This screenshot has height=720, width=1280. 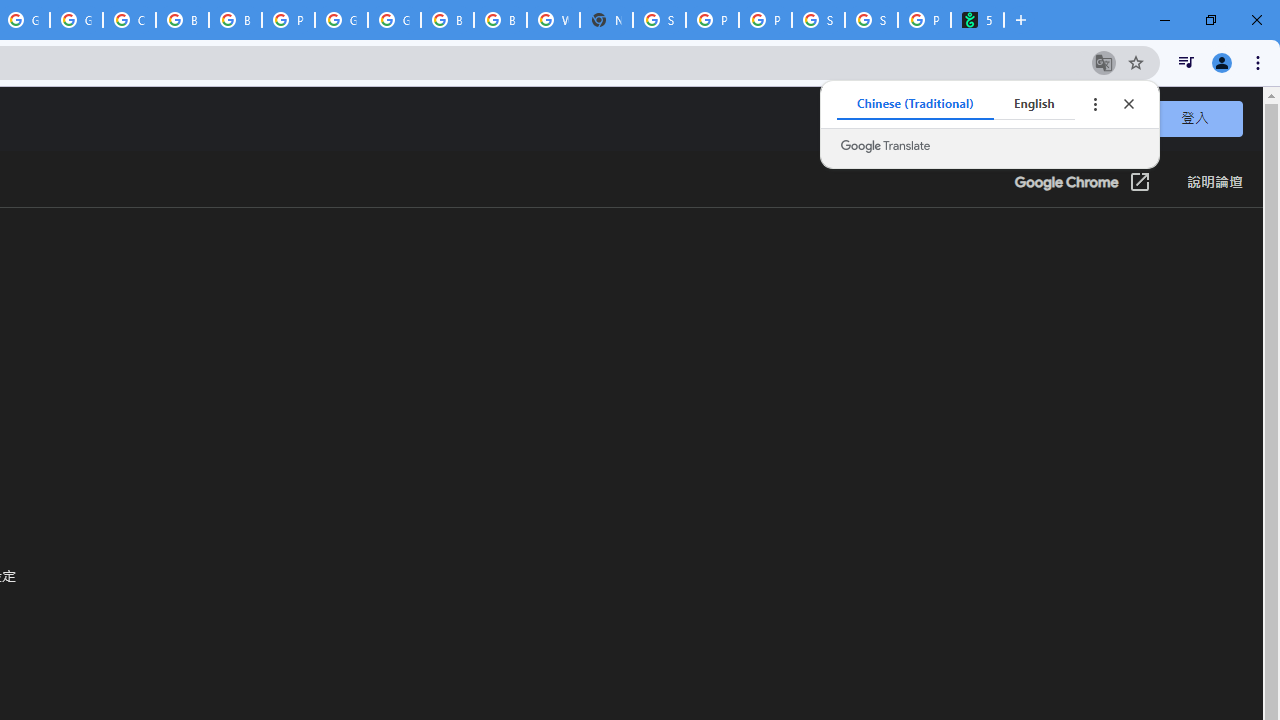 I want to click on 'New Tab', so click(x=605, y=20).